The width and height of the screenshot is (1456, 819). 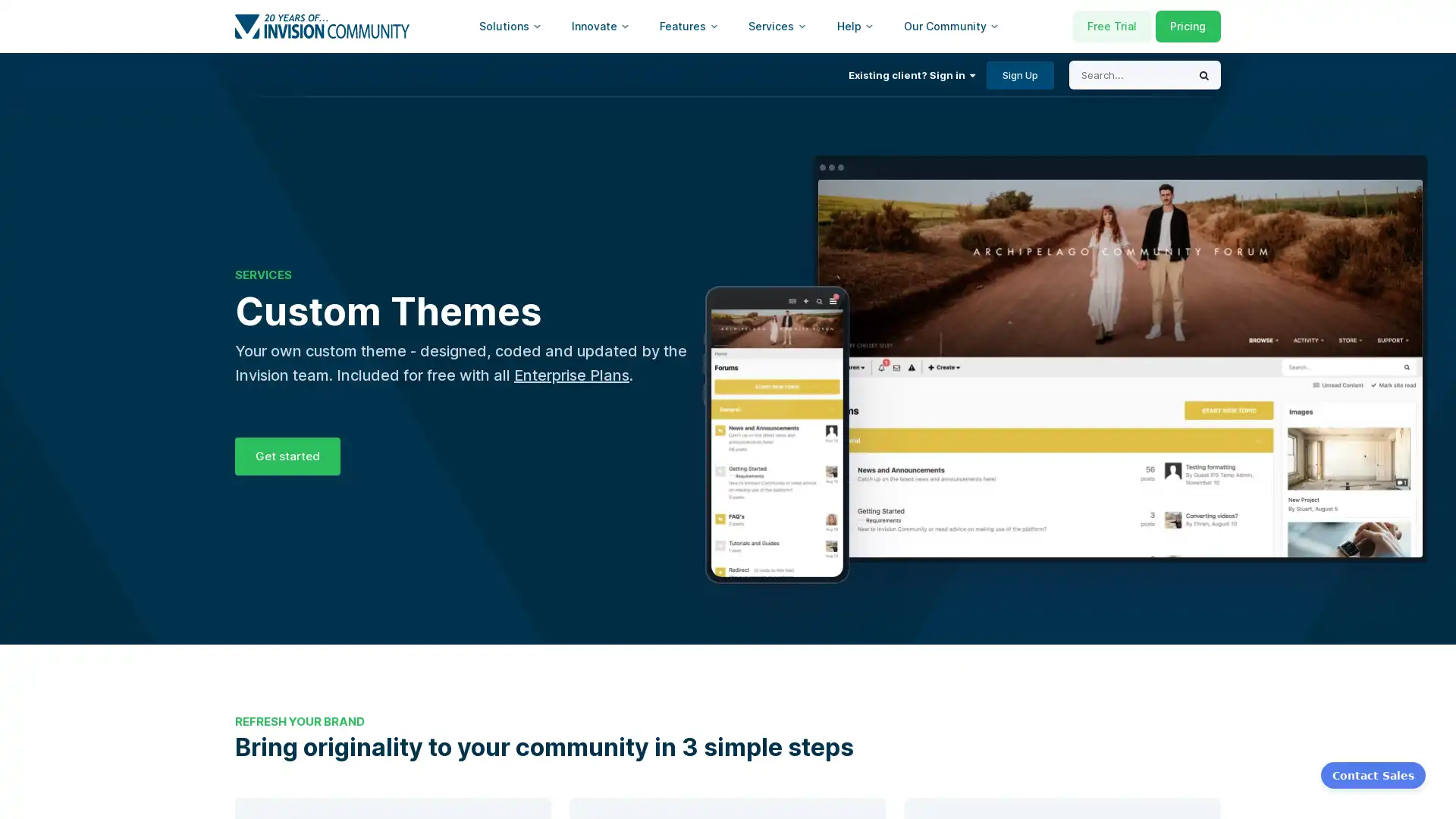 I want to click on Search, so click(x=1203, y=75).